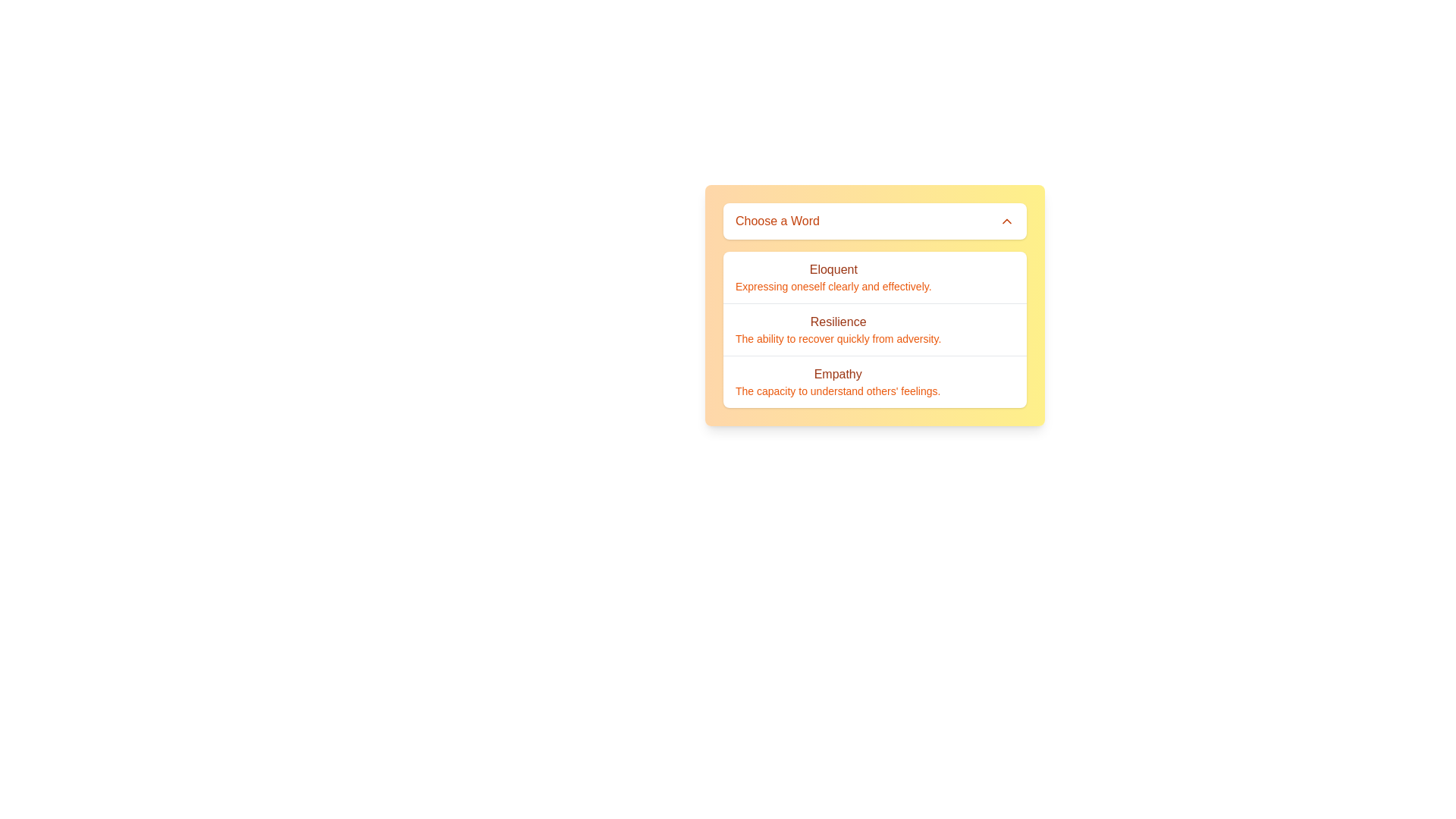 Image resolution: width=1456 pixels, height=819 pixels. Describe the element at coordinates (777, 221) in the screenshot. I see `the static text label that states 'Choose a Word' in bold orange font, positioned in the top-left part of the dropdown interface` at that location.